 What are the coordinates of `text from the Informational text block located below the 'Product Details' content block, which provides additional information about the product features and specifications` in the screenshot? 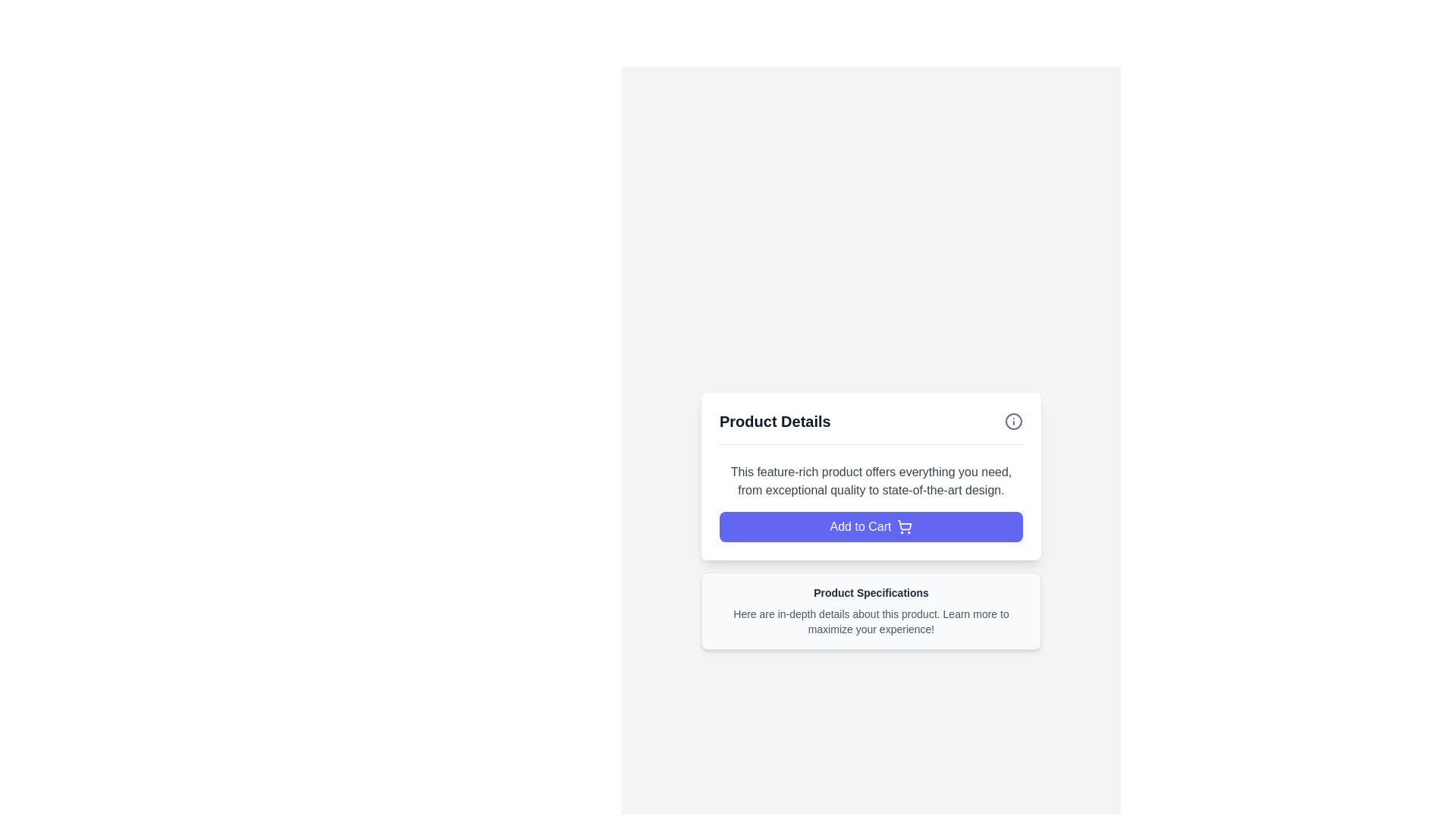 It's located at (871, 610).